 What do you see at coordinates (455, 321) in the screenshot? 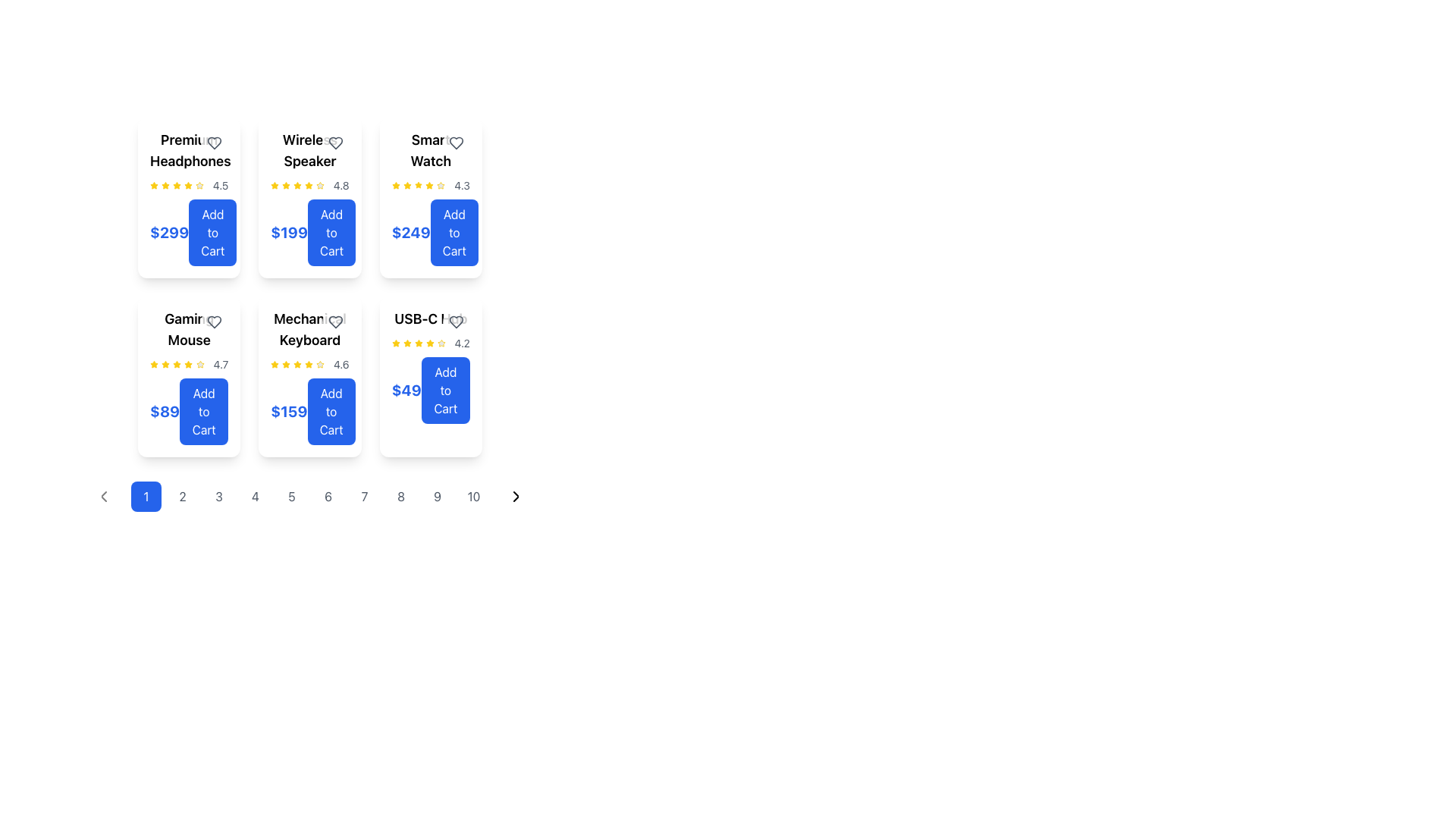
I see `the favorite or like icon located in the second row, third column of the 'USB-C Hub' product card` at bounding box center [455, 321].